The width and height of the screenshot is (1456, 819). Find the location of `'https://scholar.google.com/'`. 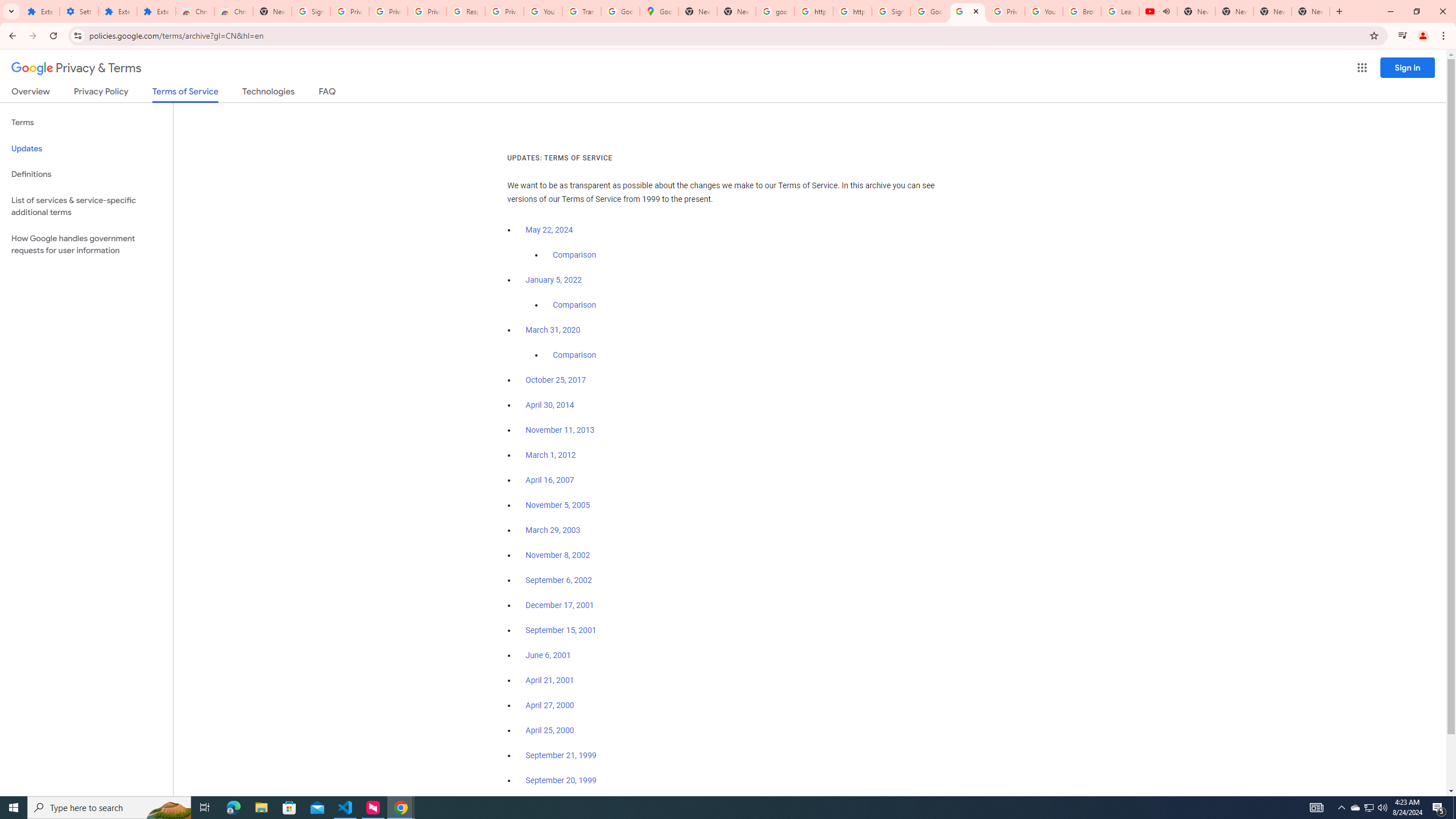

'https://scholar.google.com/' is located at coordinates (813, 11).